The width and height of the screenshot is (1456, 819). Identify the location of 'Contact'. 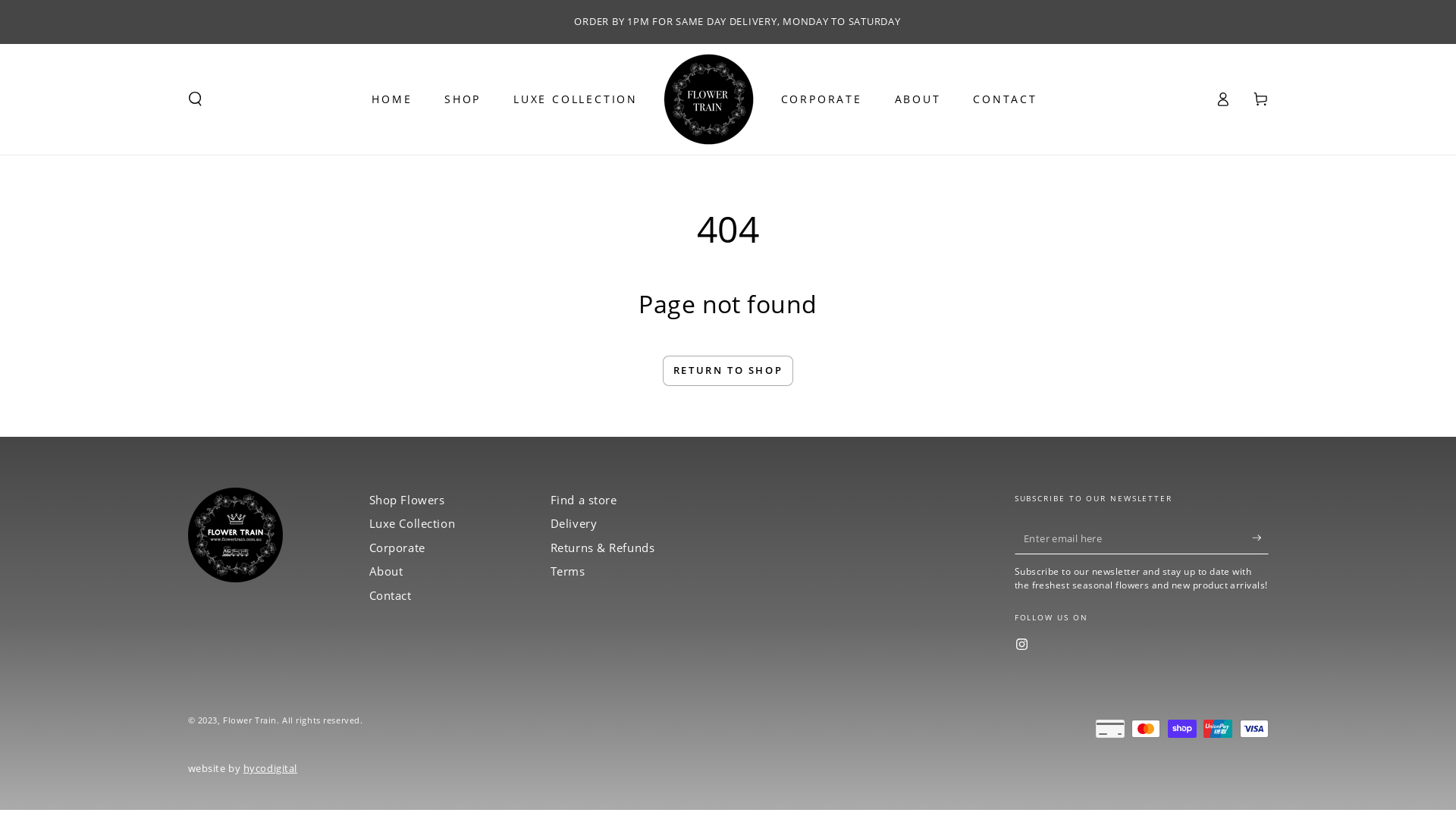
(390, 595).